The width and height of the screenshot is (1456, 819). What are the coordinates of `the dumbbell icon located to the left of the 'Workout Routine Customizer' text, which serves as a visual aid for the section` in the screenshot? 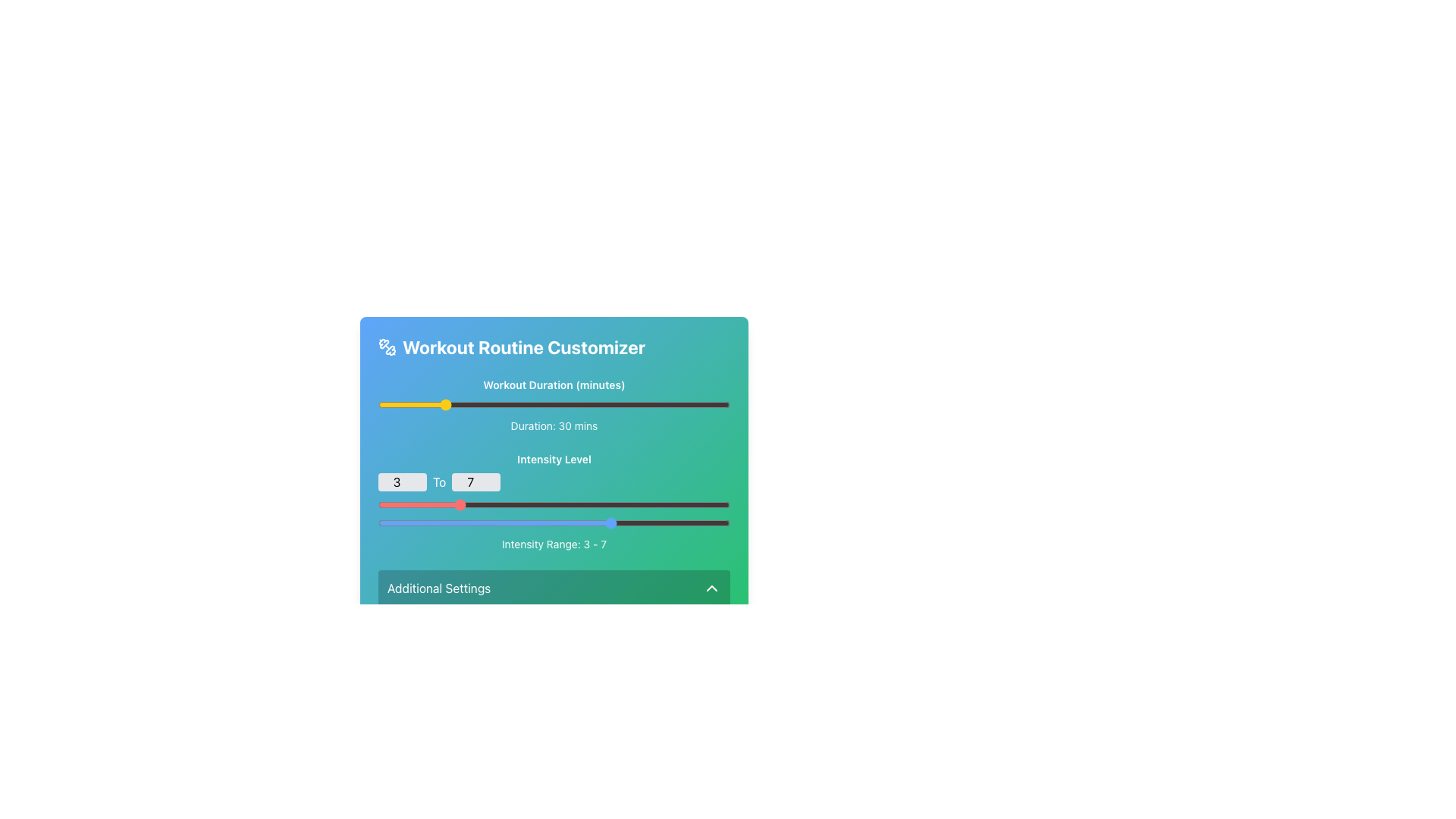 It's located at (387, 347).